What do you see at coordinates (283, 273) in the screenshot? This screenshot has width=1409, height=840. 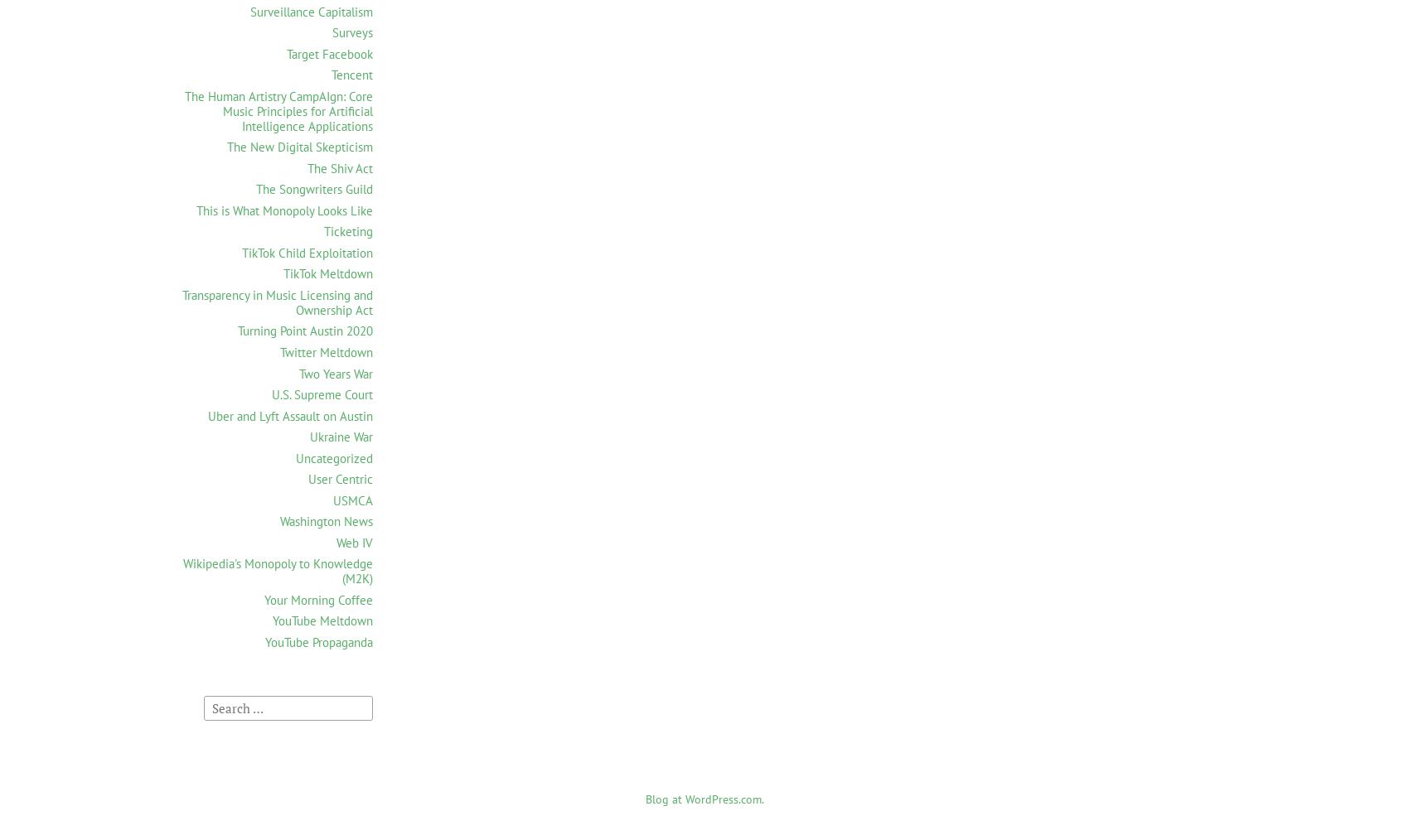 I see `'TikTok Meltdown'` at bounding box center [283, 273].